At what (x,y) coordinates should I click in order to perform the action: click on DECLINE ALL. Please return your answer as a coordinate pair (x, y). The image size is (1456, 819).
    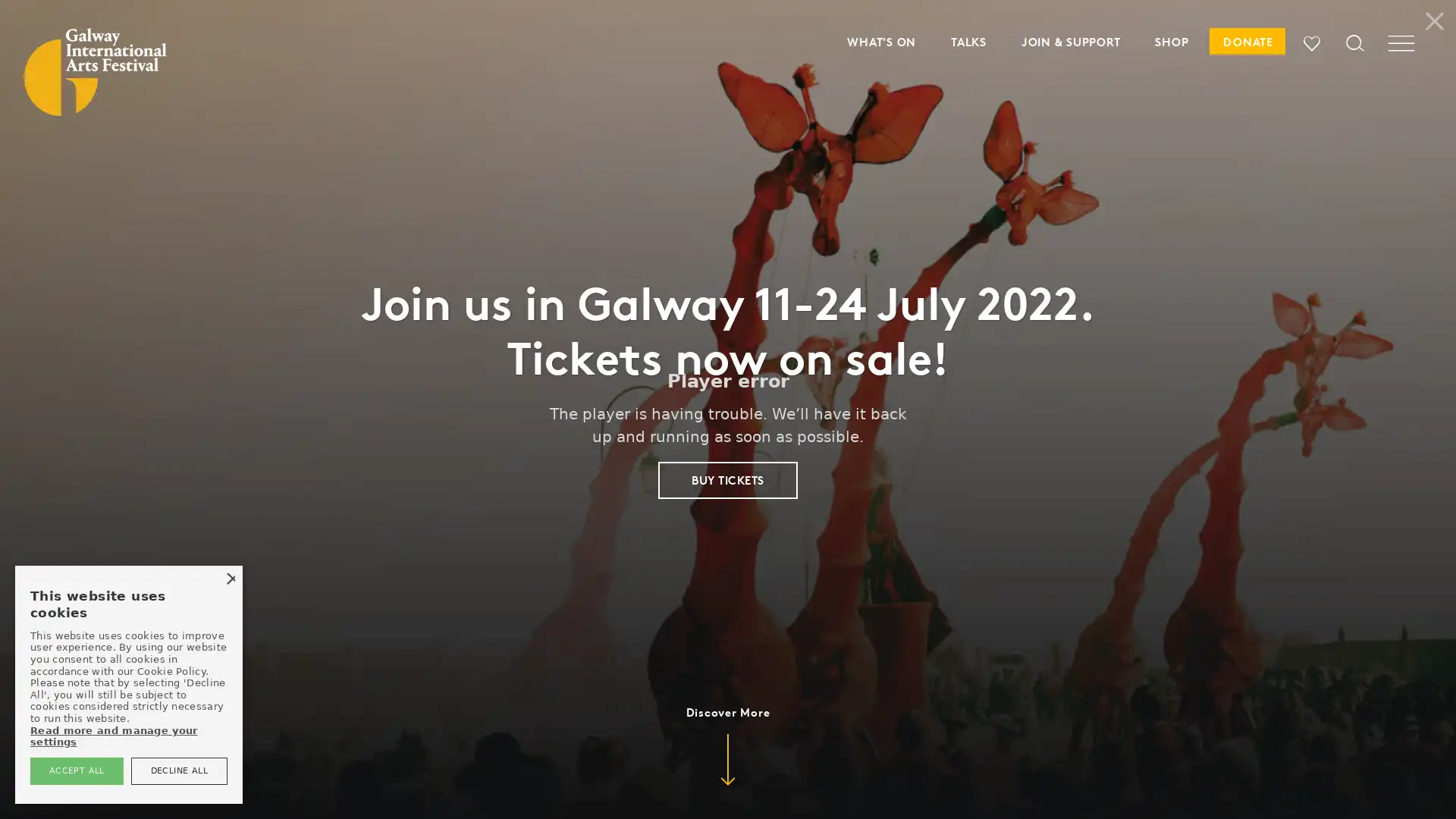
    Looking at the image, I should click on (178, 770).